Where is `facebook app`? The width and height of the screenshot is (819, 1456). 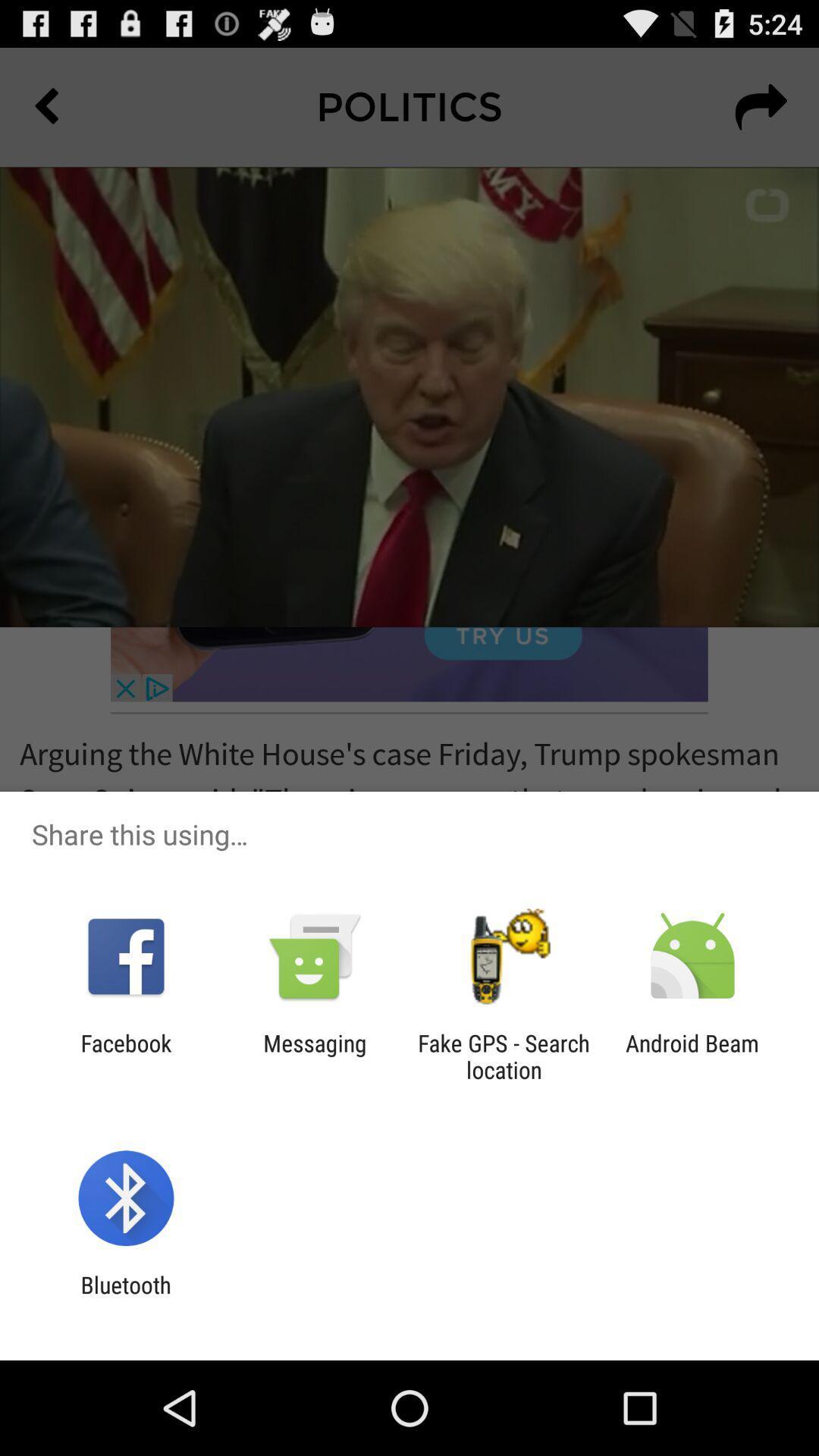 facebook app is located at coordinates (125, 1056).